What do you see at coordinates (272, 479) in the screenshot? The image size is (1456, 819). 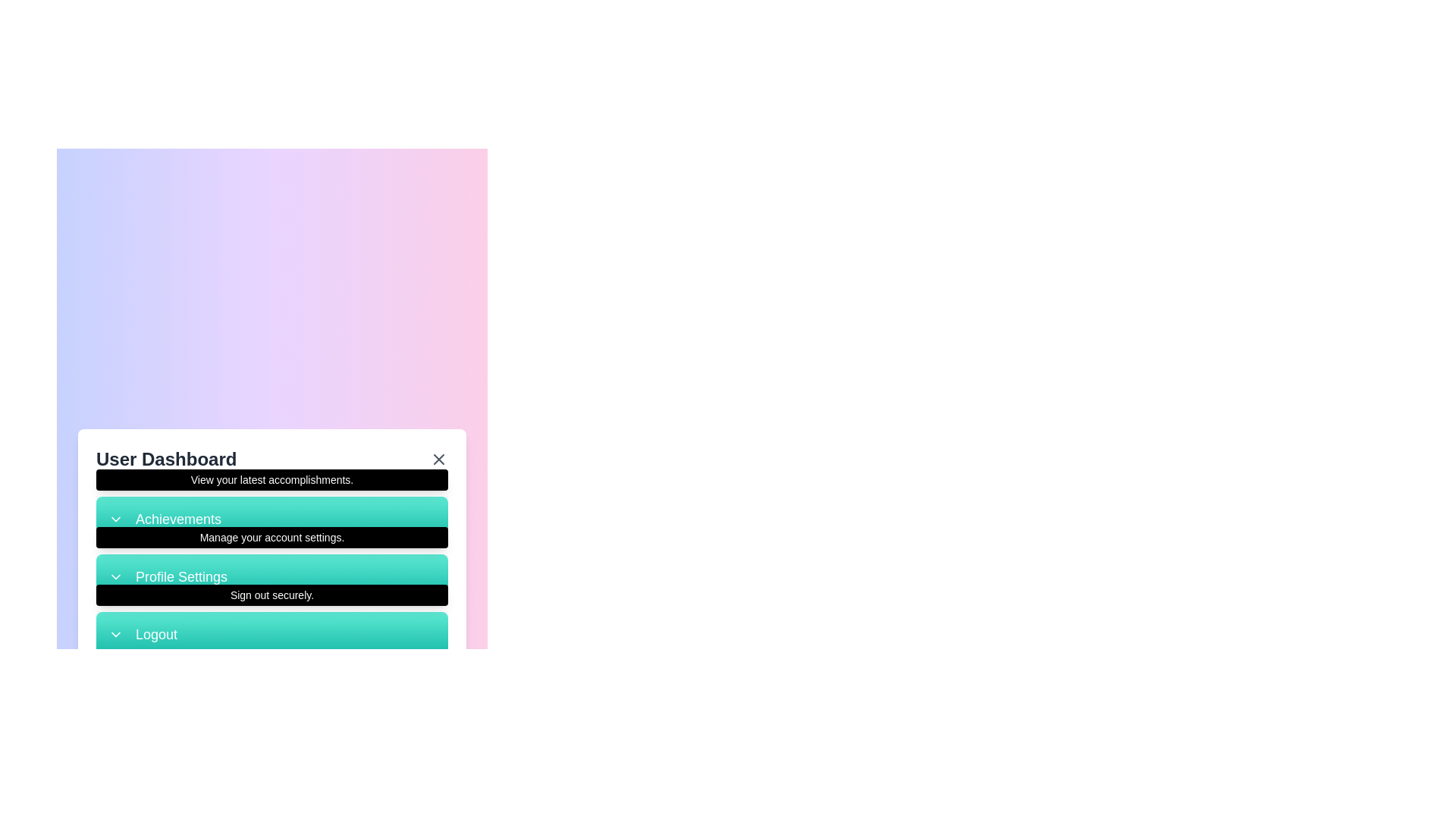 I see `the tooltip with the message 'View your latest accomplishments.', which is a black background text box with white text located above the 'Achievements' section` at bounding box center [272, 479].